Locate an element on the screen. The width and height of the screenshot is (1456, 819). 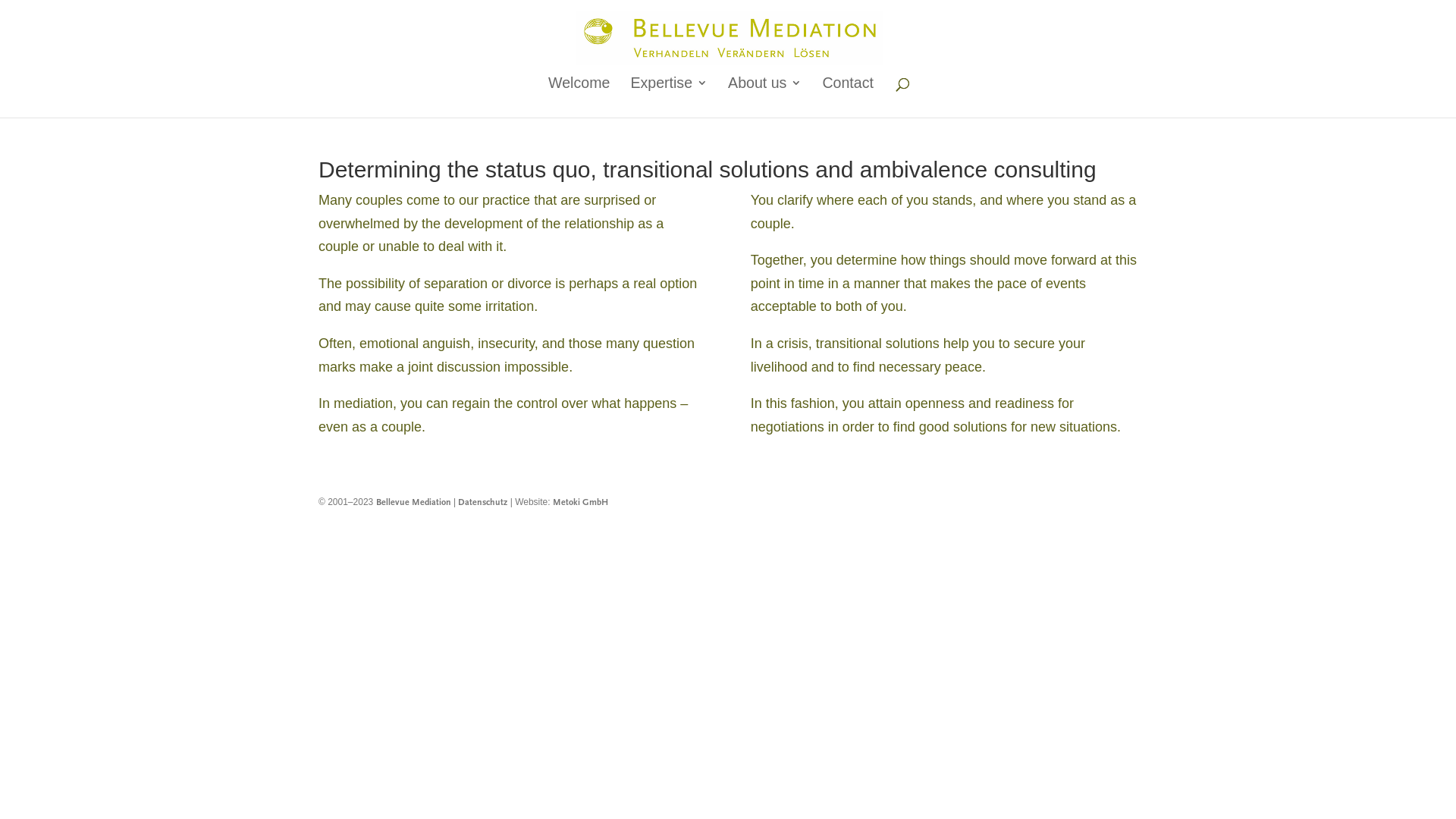
'Bellevue Mediation' is located at coordinates (375, 503).